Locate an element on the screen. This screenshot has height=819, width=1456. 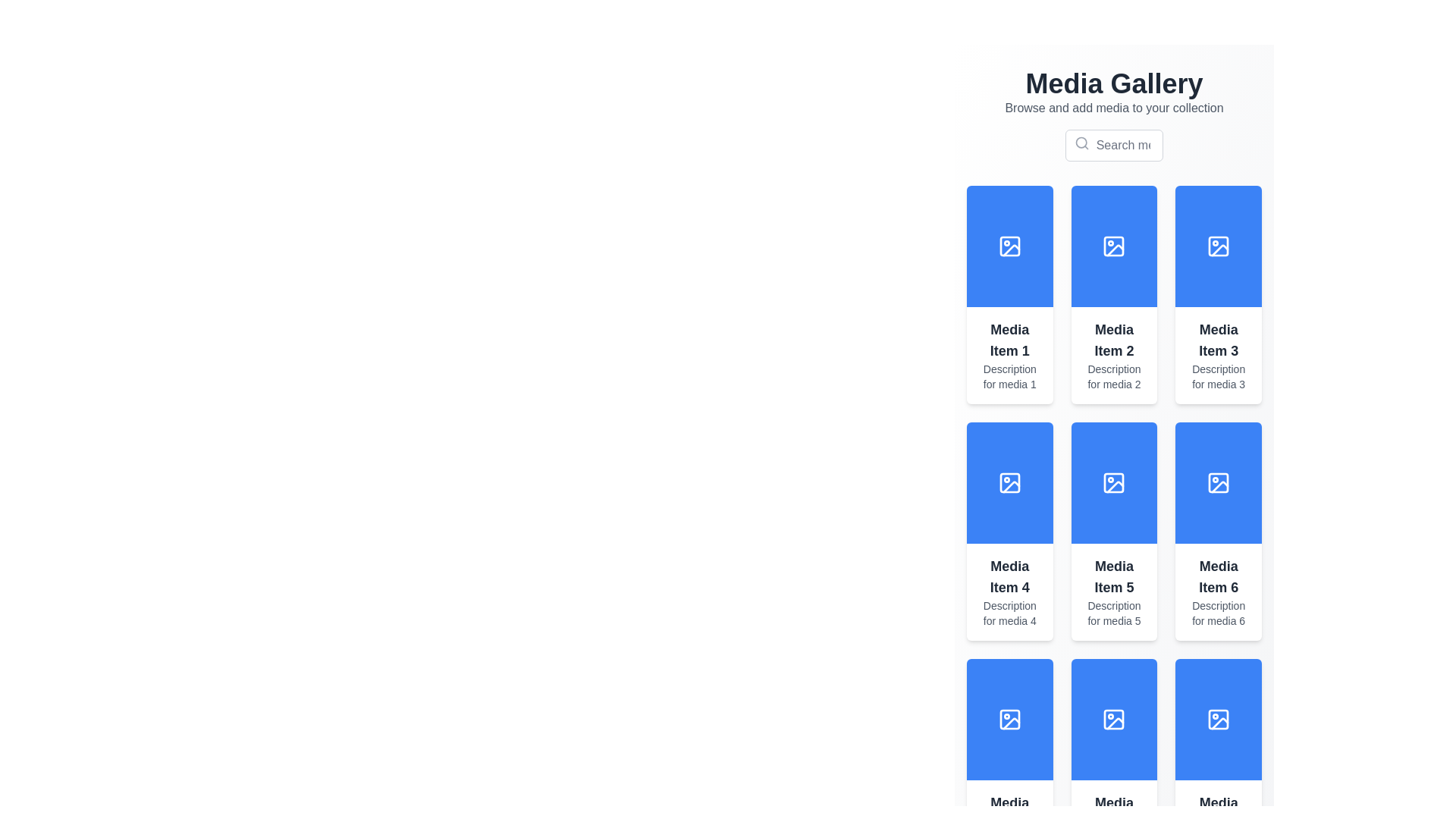
the Decorative media placeholder, which is a blue rectangular section with rounded corners at the top of the ninth card in the grid layout, featuring a centered white outlined picture frame icon is located at coordinates (1114, 718).